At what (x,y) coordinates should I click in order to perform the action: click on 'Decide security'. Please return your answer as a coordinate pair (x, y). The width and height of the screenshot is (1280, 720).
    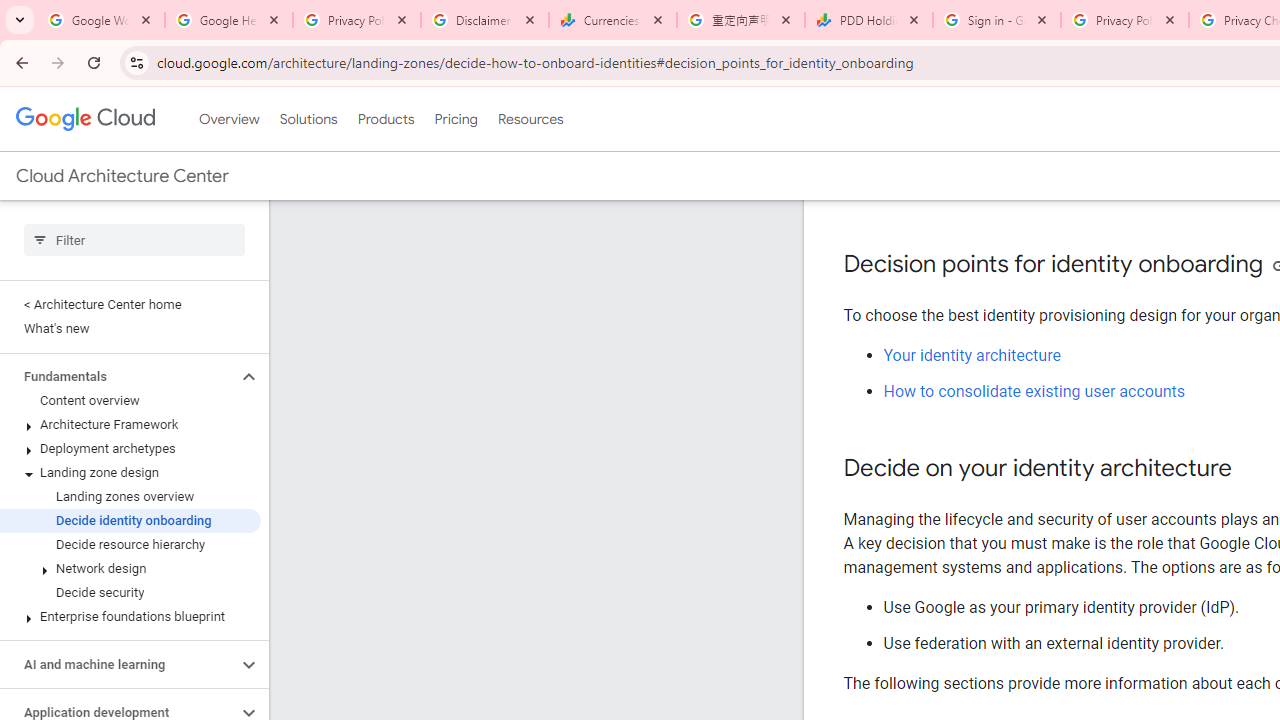
    Looking at the image, I should click on (129, 591).